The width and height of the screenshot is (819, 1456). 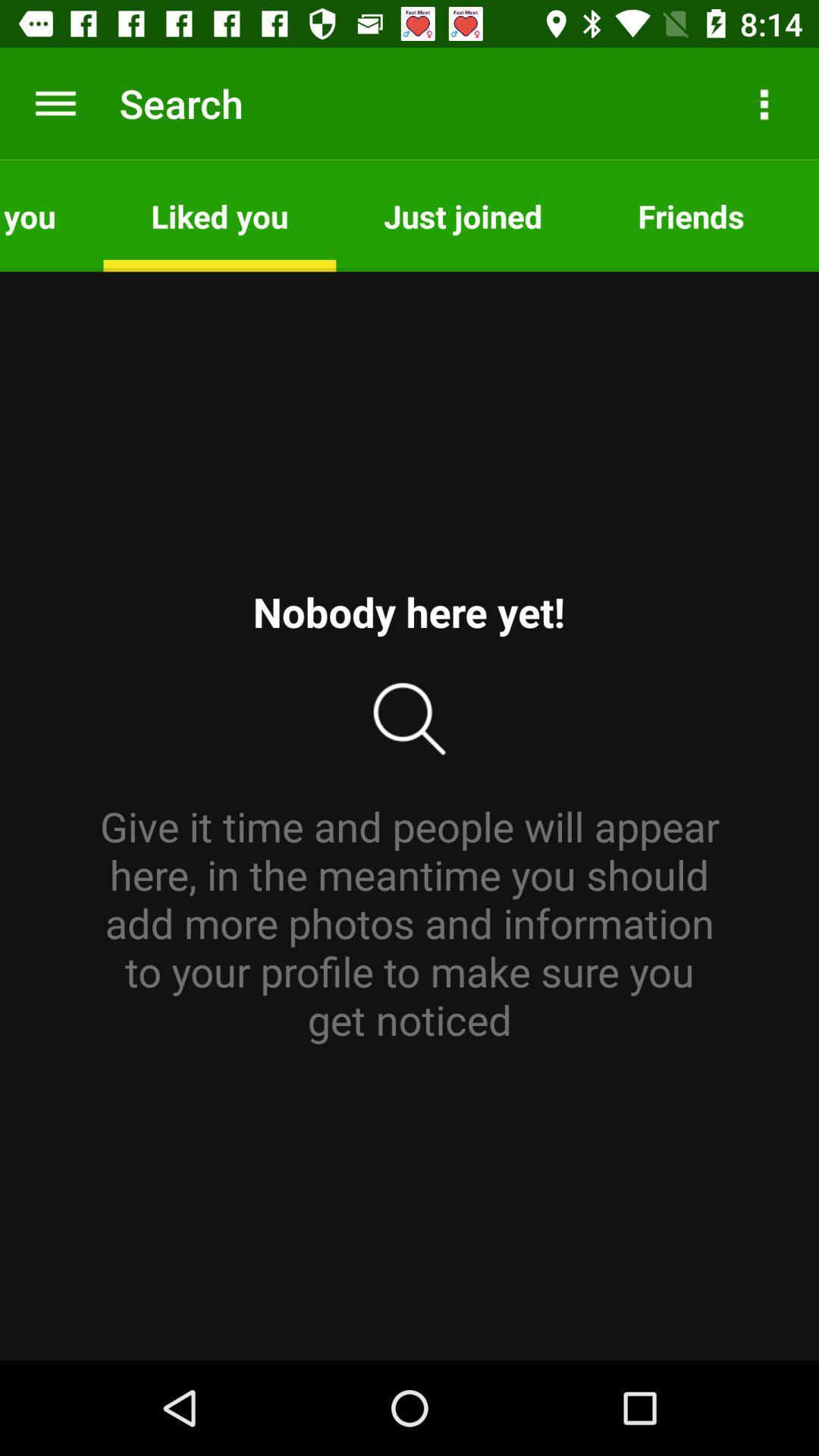 What do you see at coordinates (462, 215) in the screenshot?
I see `icon to the left of the friends` at bounding box center [462, 215].